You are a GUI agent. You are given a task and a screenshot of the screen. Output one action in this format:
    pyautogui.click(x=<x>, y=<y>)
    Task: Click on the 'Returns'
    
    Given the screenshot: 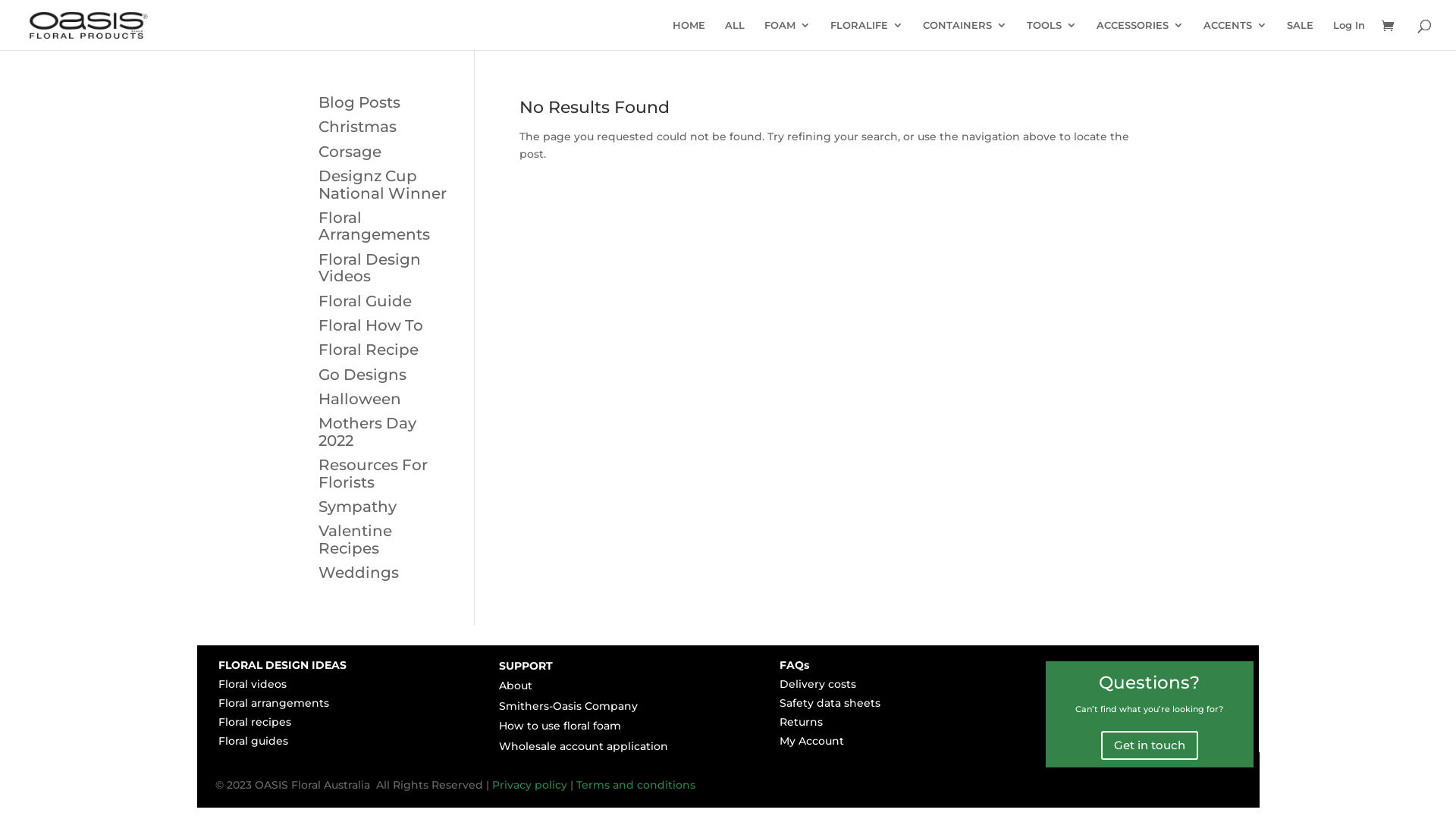 What is the action you would take?
    pyautogui.click(x=800, y=721)
    